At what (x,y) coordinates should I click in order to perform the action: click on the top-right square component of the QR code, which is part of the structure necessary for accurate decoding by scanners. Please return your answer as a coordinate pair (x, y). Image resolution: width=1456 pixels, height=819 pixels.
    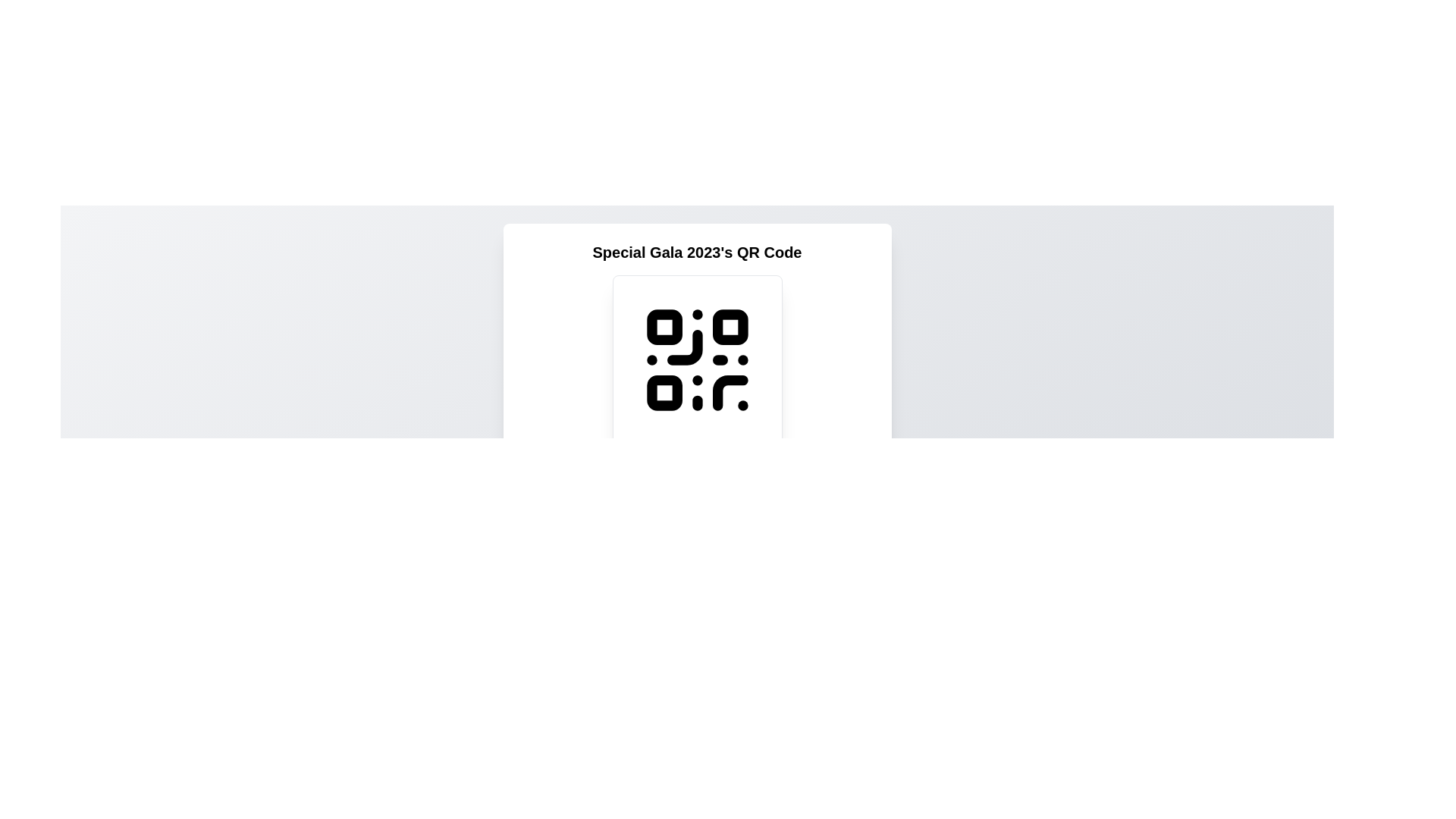
    Looking at the image, I should click on (730, 326).